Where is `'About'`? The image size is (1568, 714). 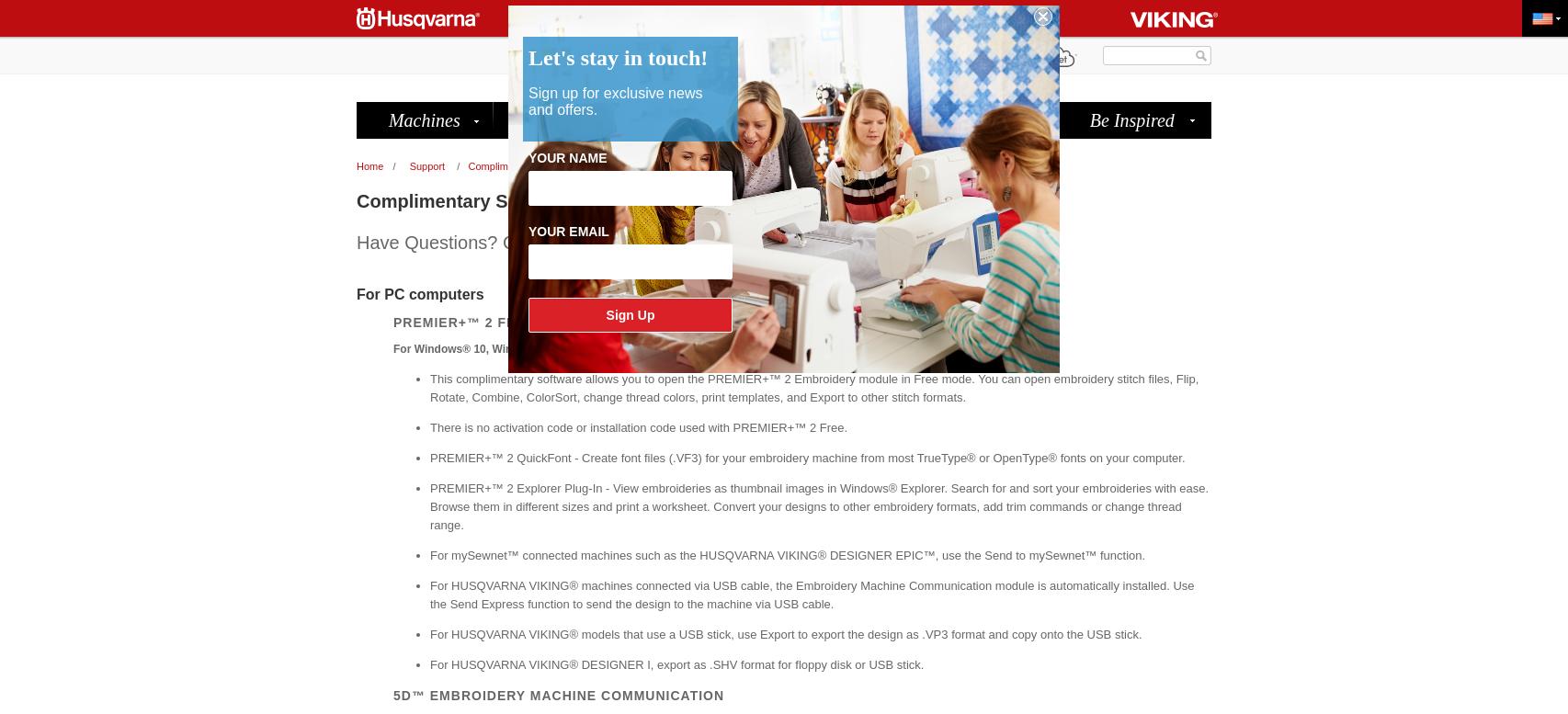
'About' is located at coordinates (666, 55).